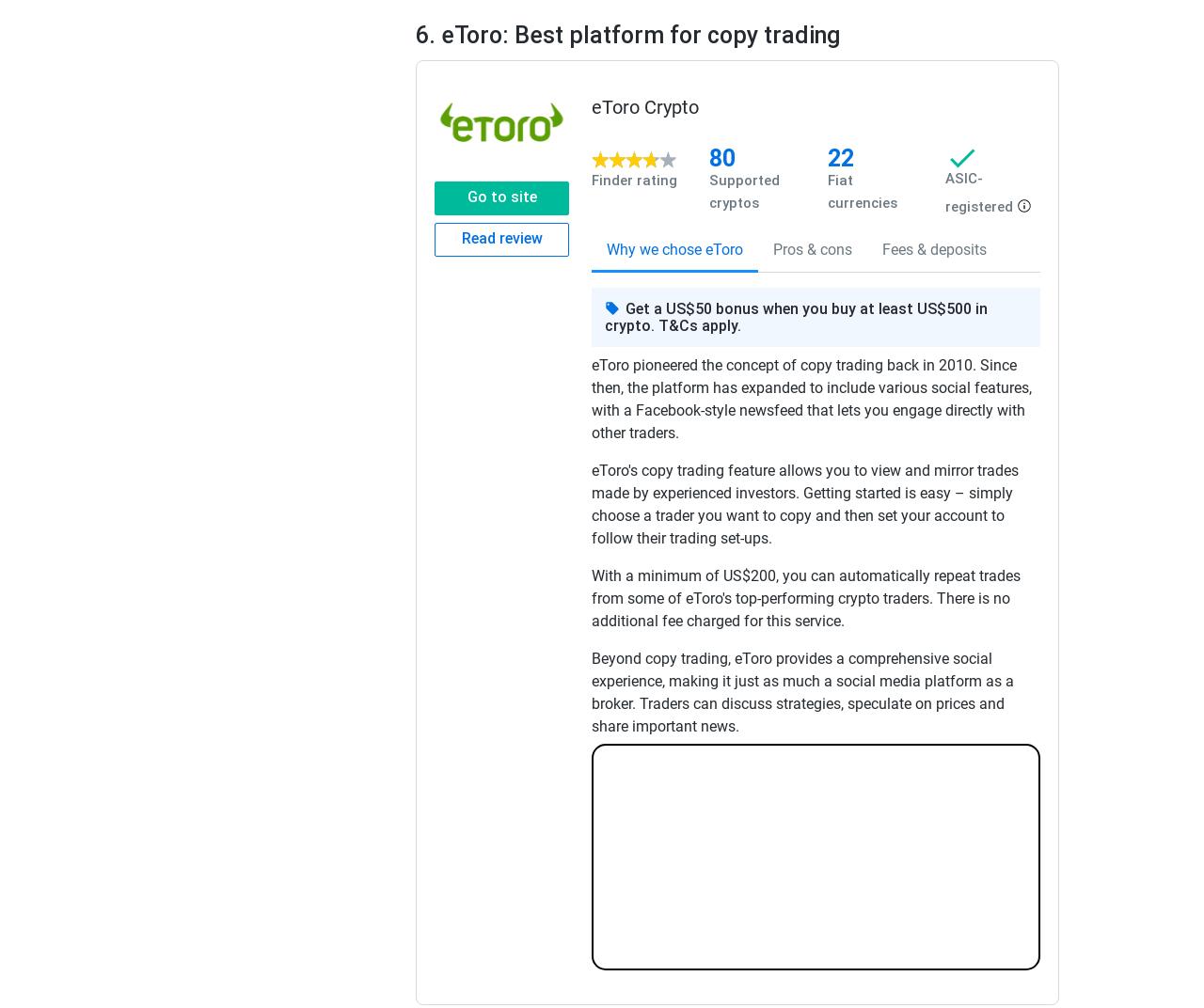 The width and height of the screenshot is (1204, 1008). I want to click on '80', so click(721, 157).